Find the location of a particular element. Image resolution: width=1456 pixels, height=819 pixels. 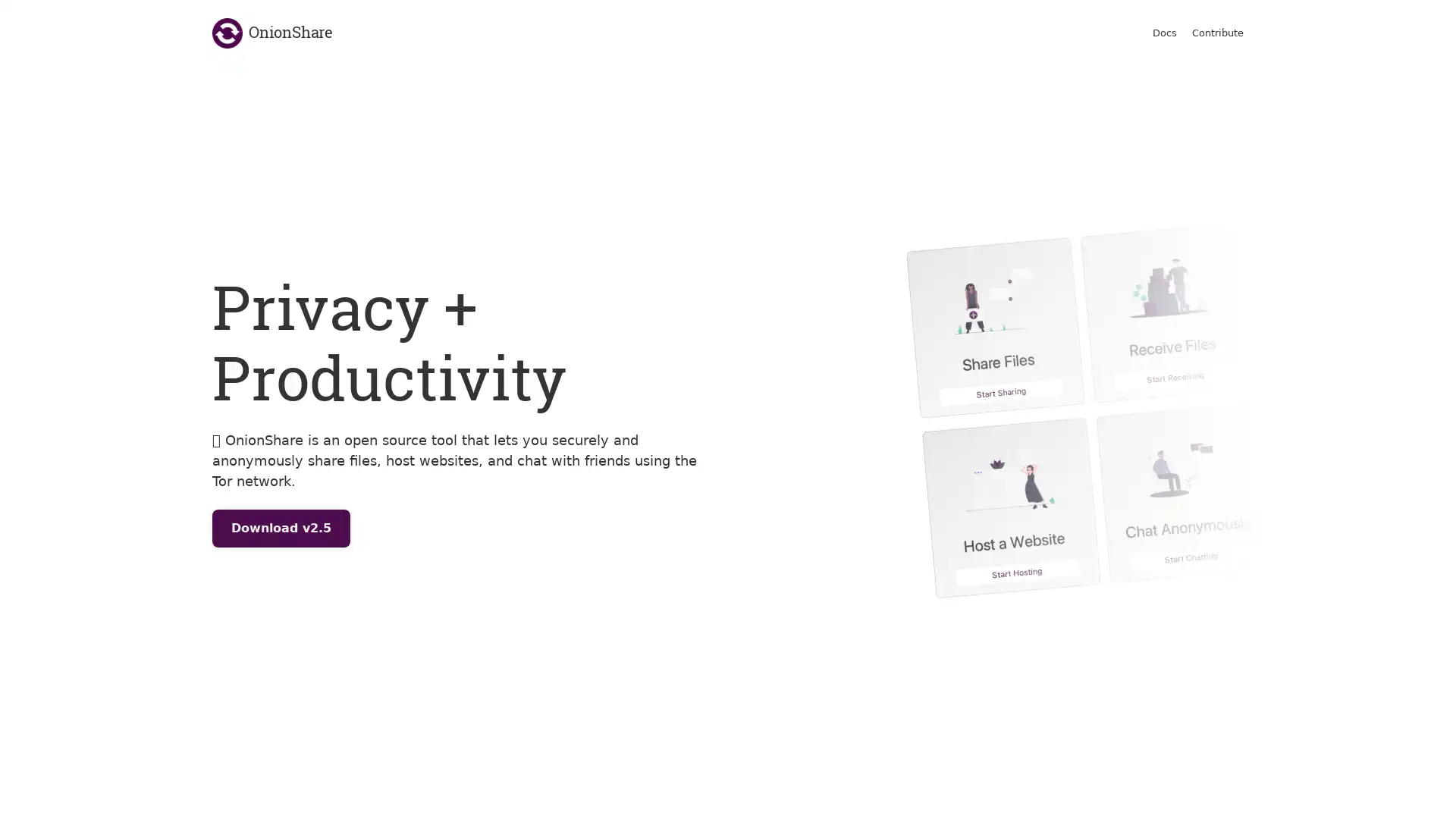

Download v2.5 is located at coordinates (281, 528).